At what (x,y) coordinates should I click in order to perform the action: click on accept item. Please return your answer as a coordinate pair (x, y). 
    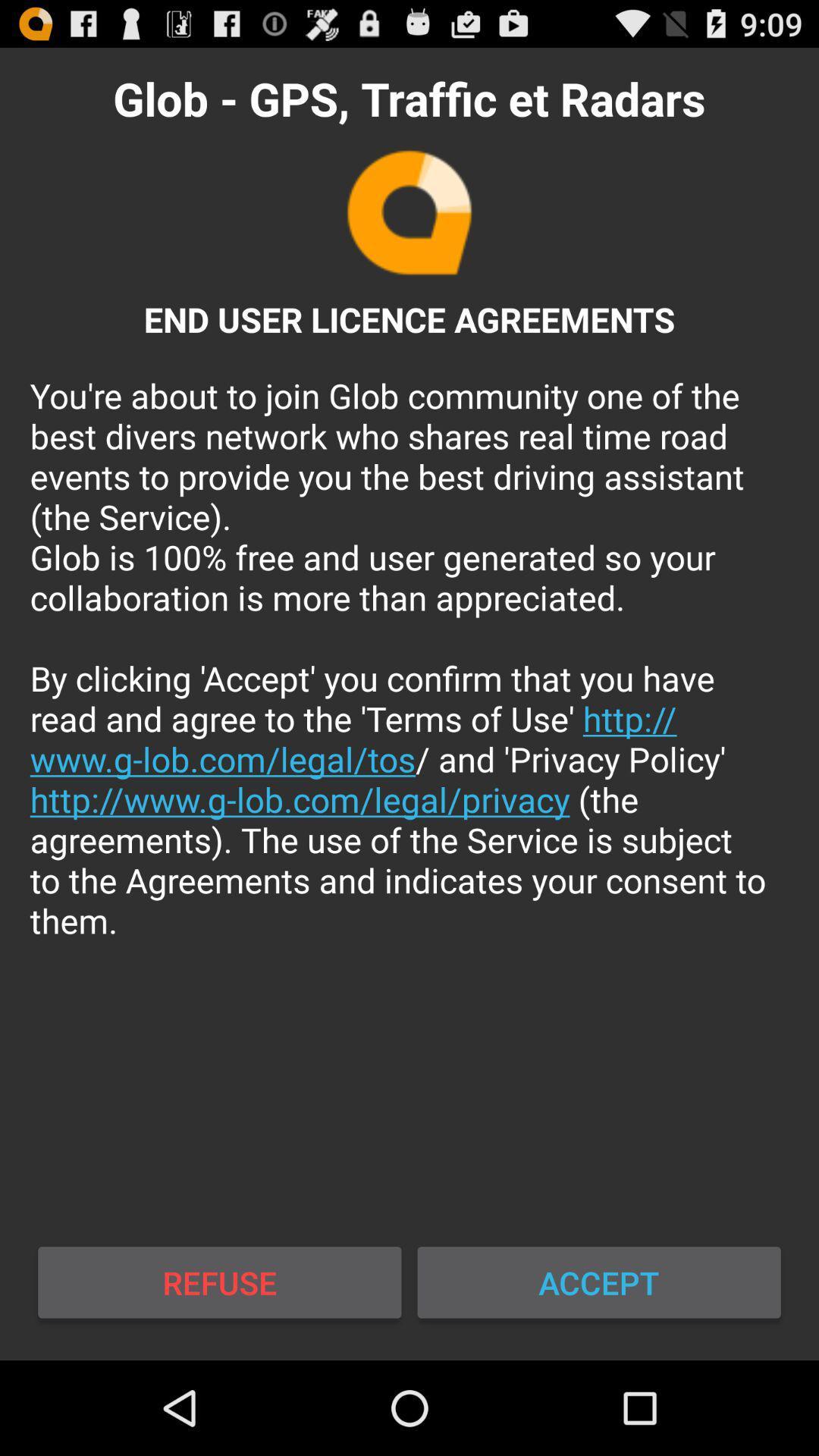
    Looking at the image, I should click on (598, 1282).